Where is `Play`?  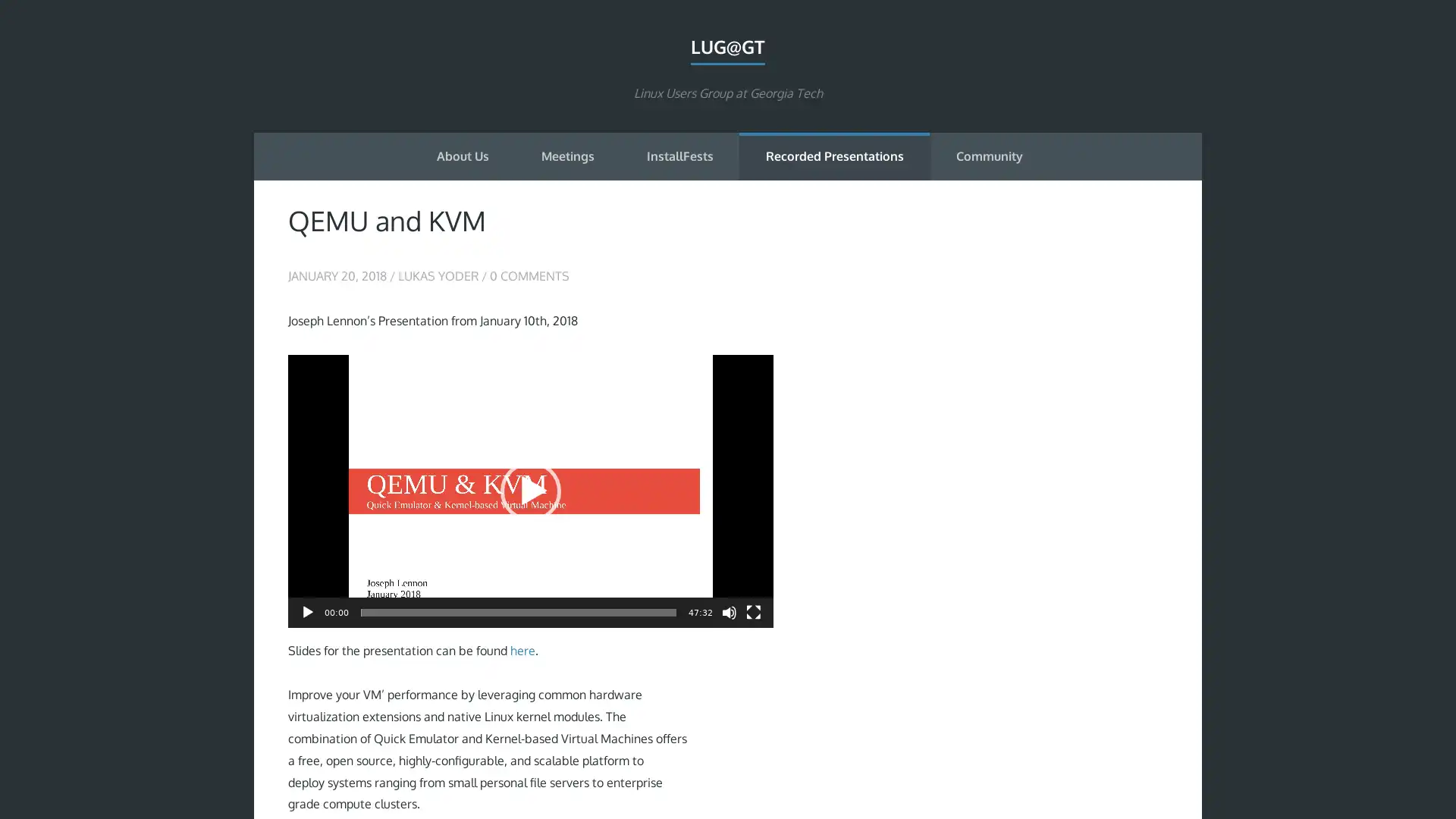 Play is located at coordinates (307, 610).